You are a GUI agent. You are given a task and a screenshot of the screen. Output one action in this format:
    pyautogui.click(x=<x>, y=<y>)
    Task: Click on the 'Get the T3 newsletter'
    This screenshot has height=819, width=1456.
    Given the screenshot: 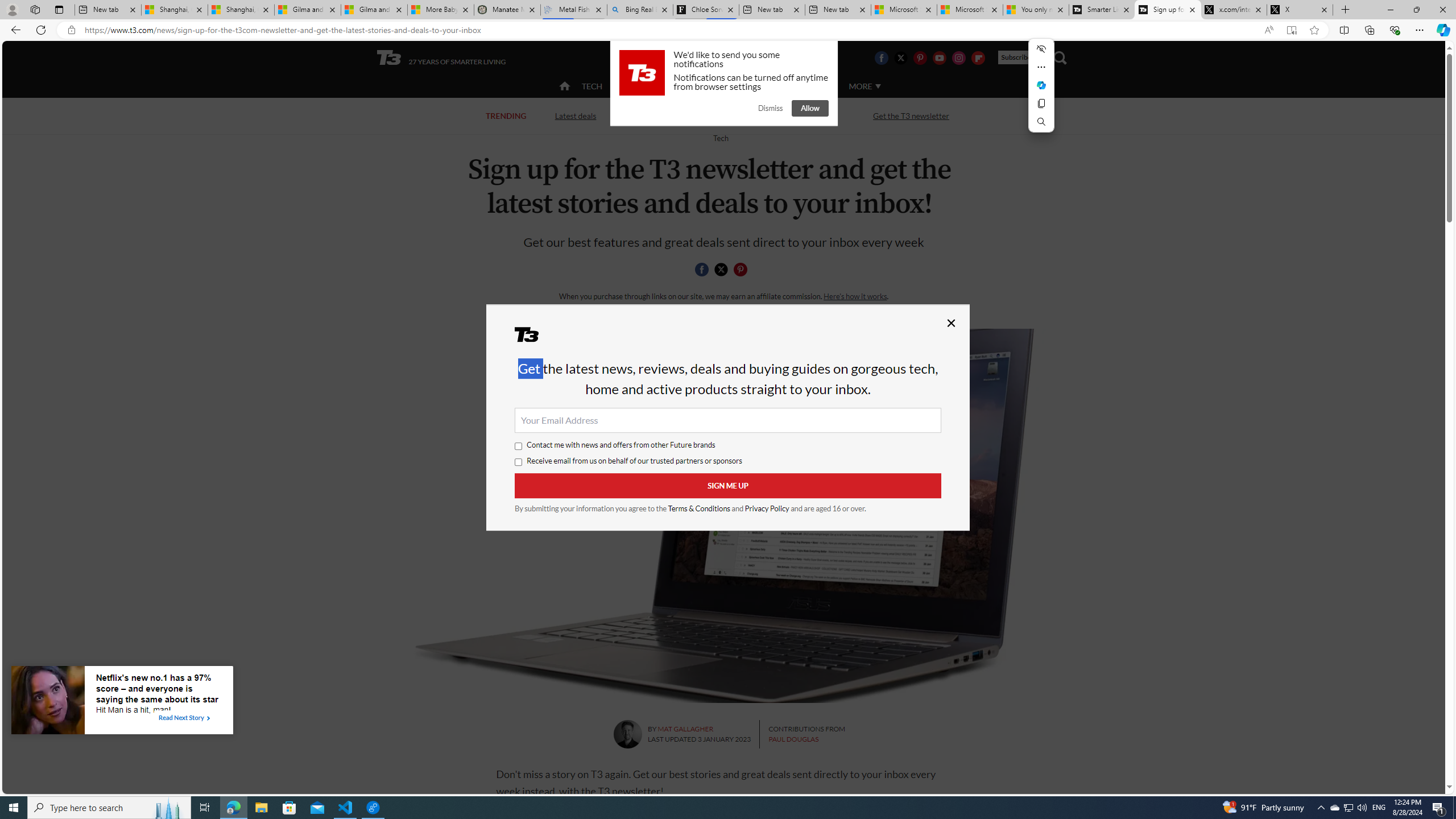 What is the action you would take?
    pyautogui.click(x=911, y=115)
    